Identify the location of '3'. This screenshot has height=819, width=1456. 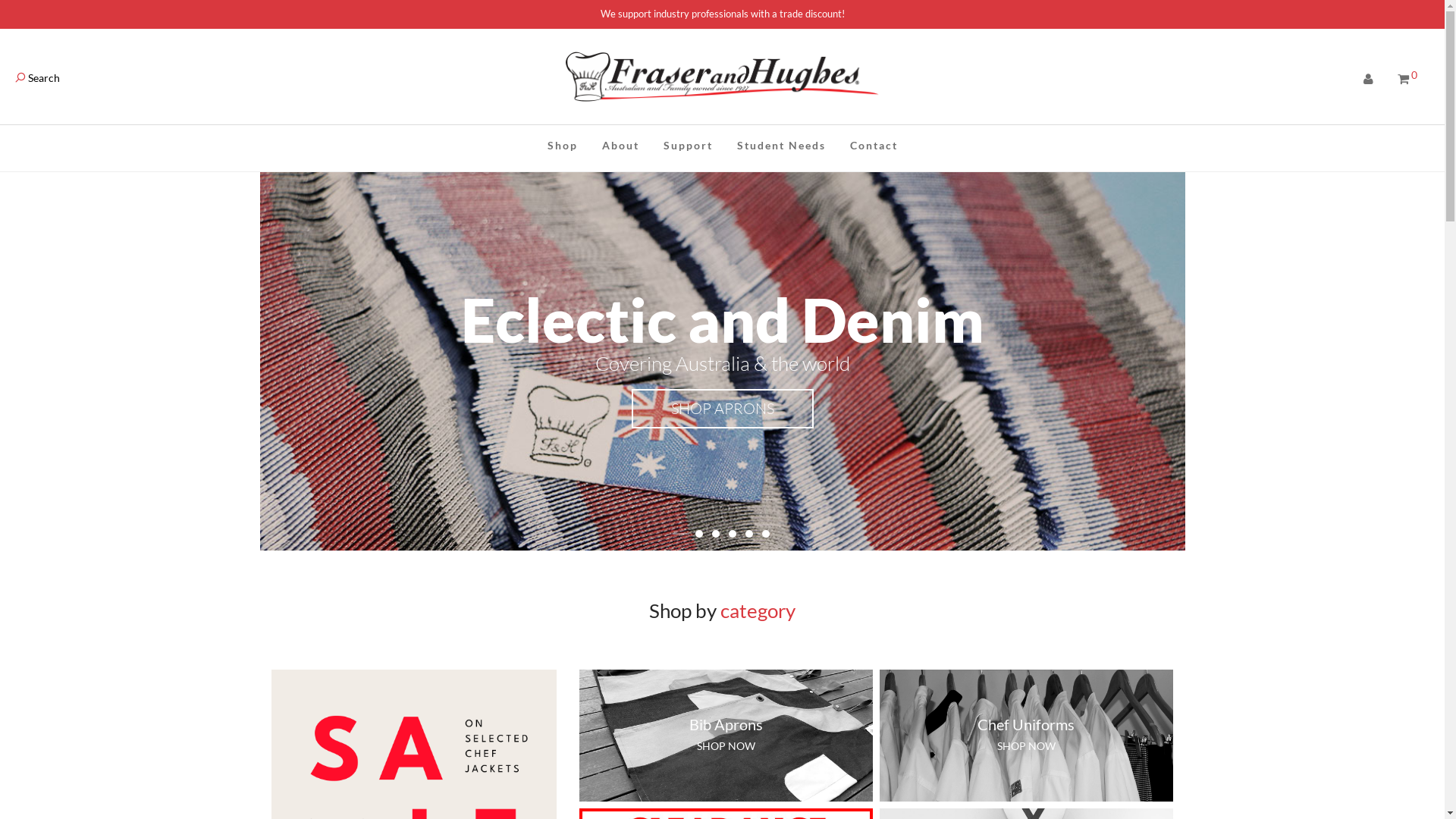
(714, 533).